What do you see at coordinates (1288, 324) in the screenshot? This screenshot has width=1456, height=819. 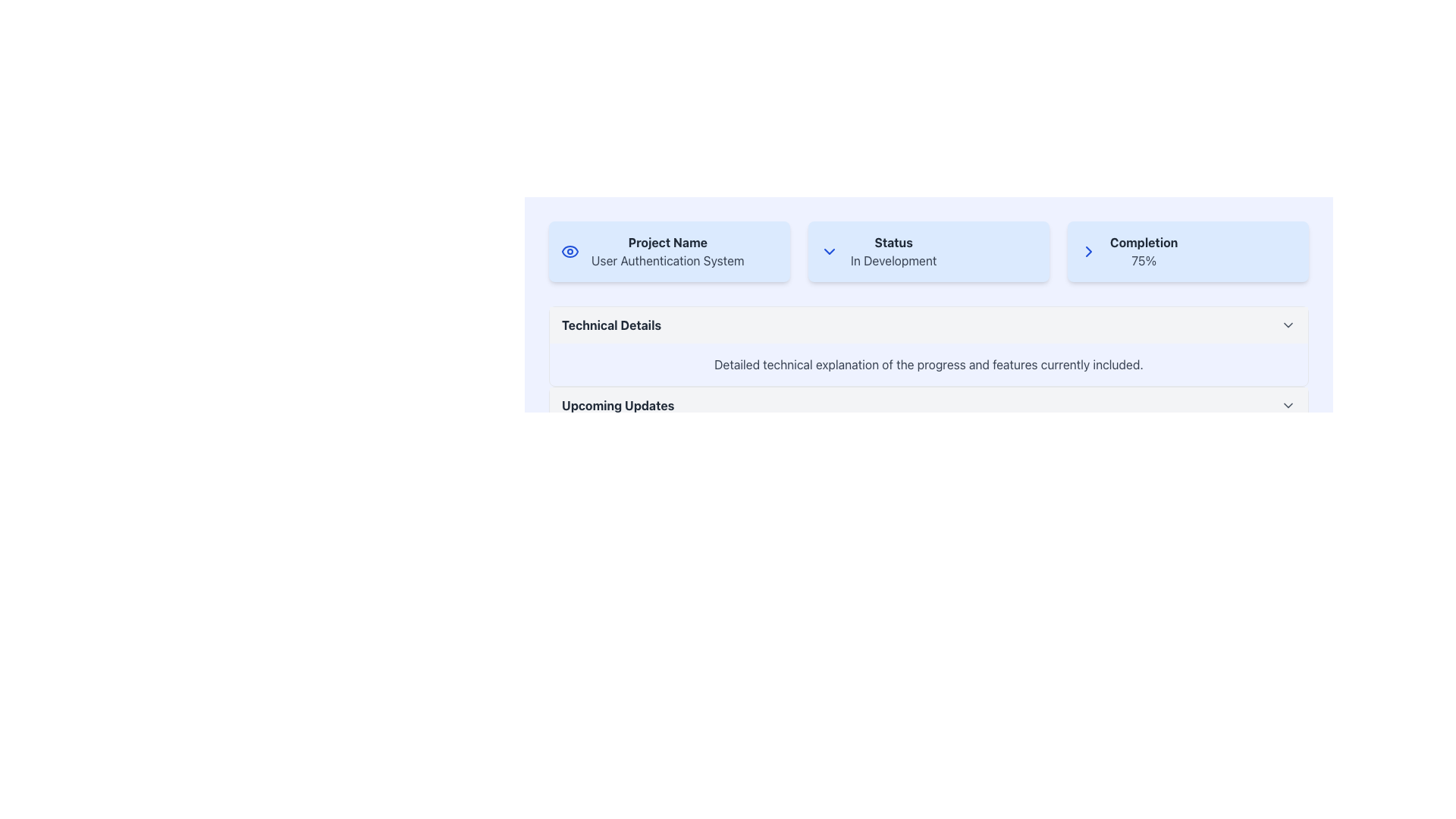 I see `the downwards-facing chevron icon located at the far-right end of the 'Technical Details' section to indicate the current state of the section` at bounding box center [1288, 324].